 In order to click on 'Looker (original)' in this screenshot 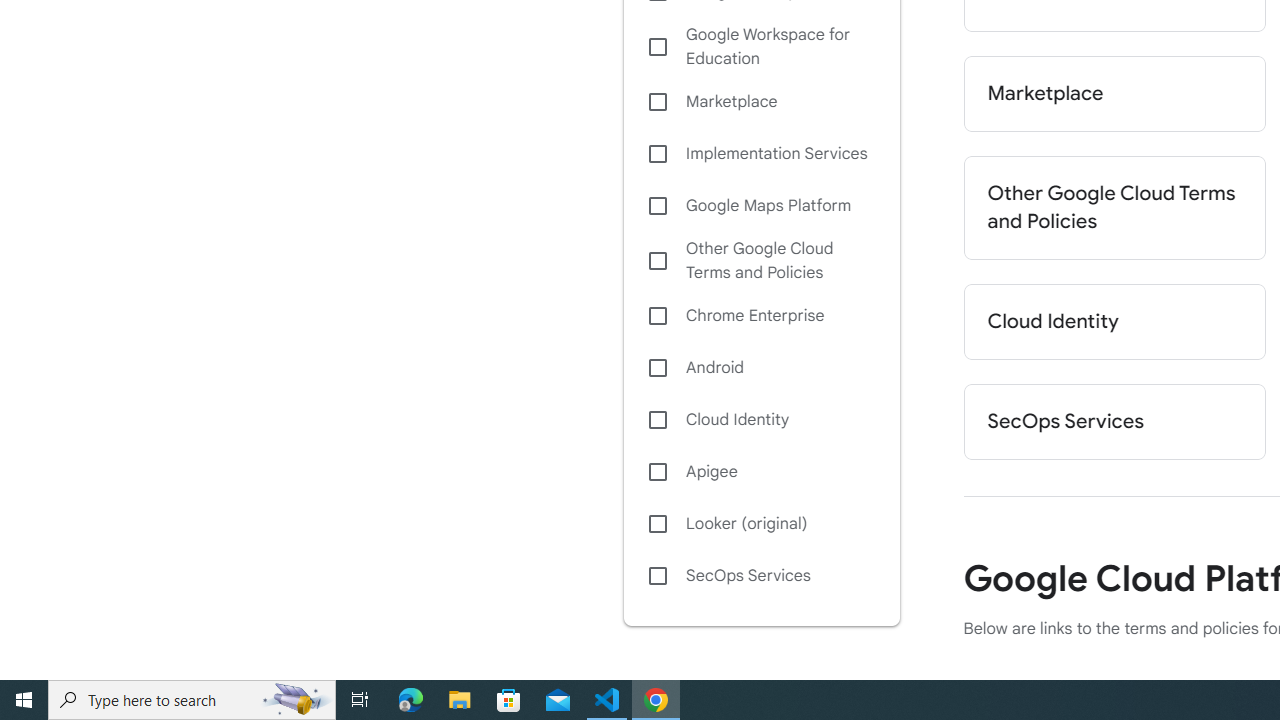, I will do `click(760, 523)`.